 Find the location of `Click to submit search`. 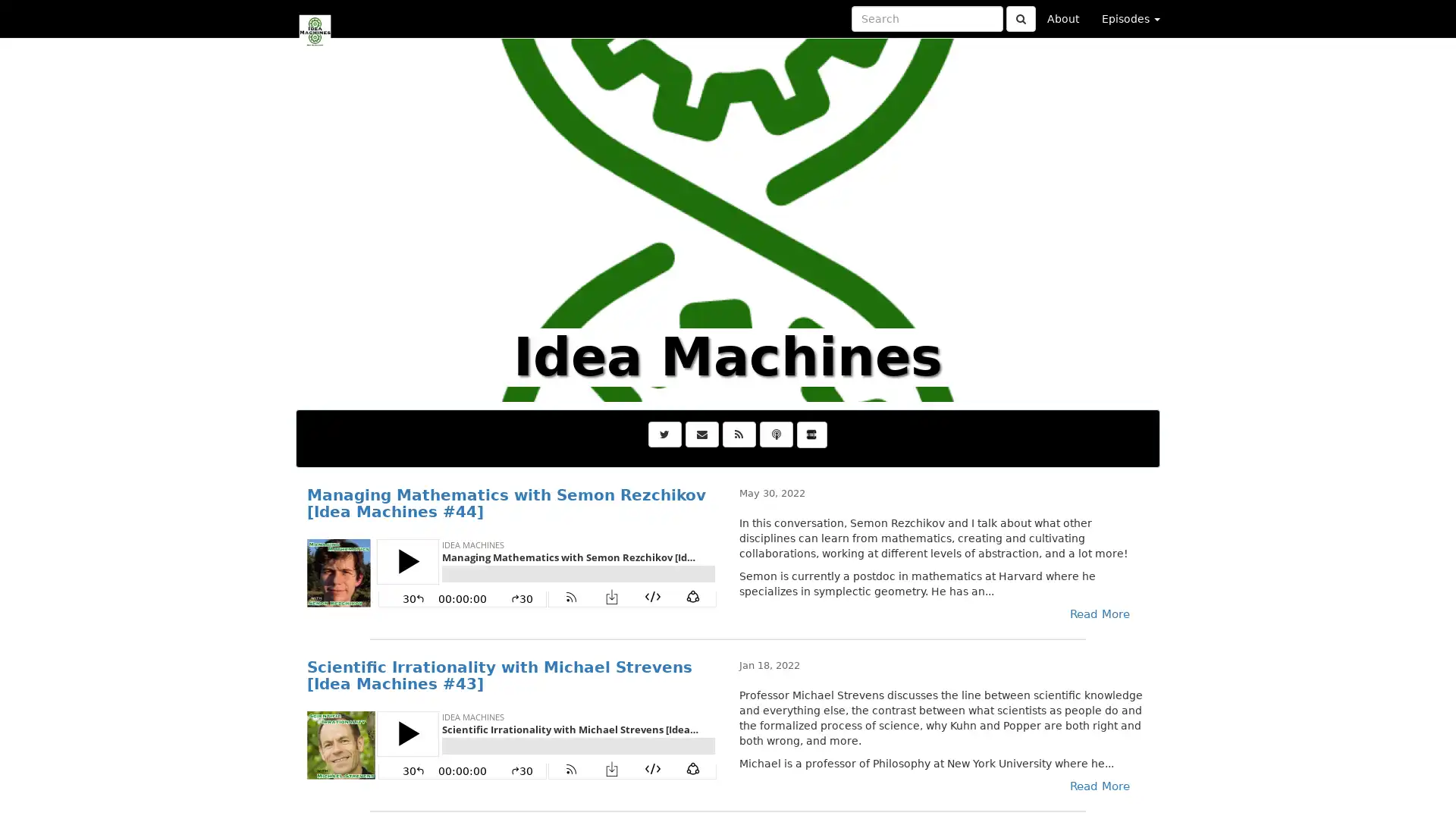

Click to submit search is located at coordinates (1021, 18).